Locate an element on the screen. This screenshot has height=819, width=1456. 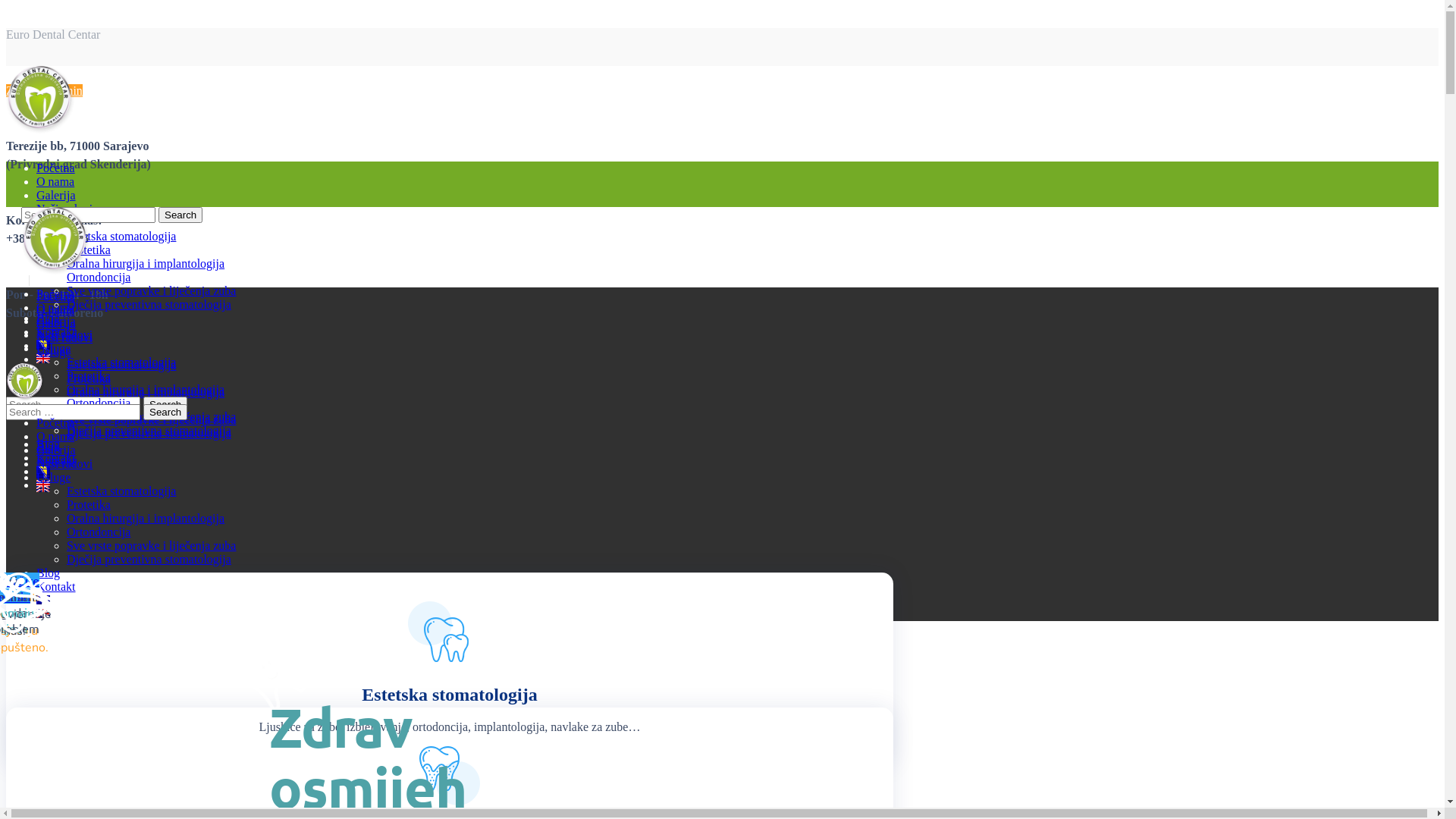
'Oralna hirurgija i implantologija' is located at coordinates (65, 262).